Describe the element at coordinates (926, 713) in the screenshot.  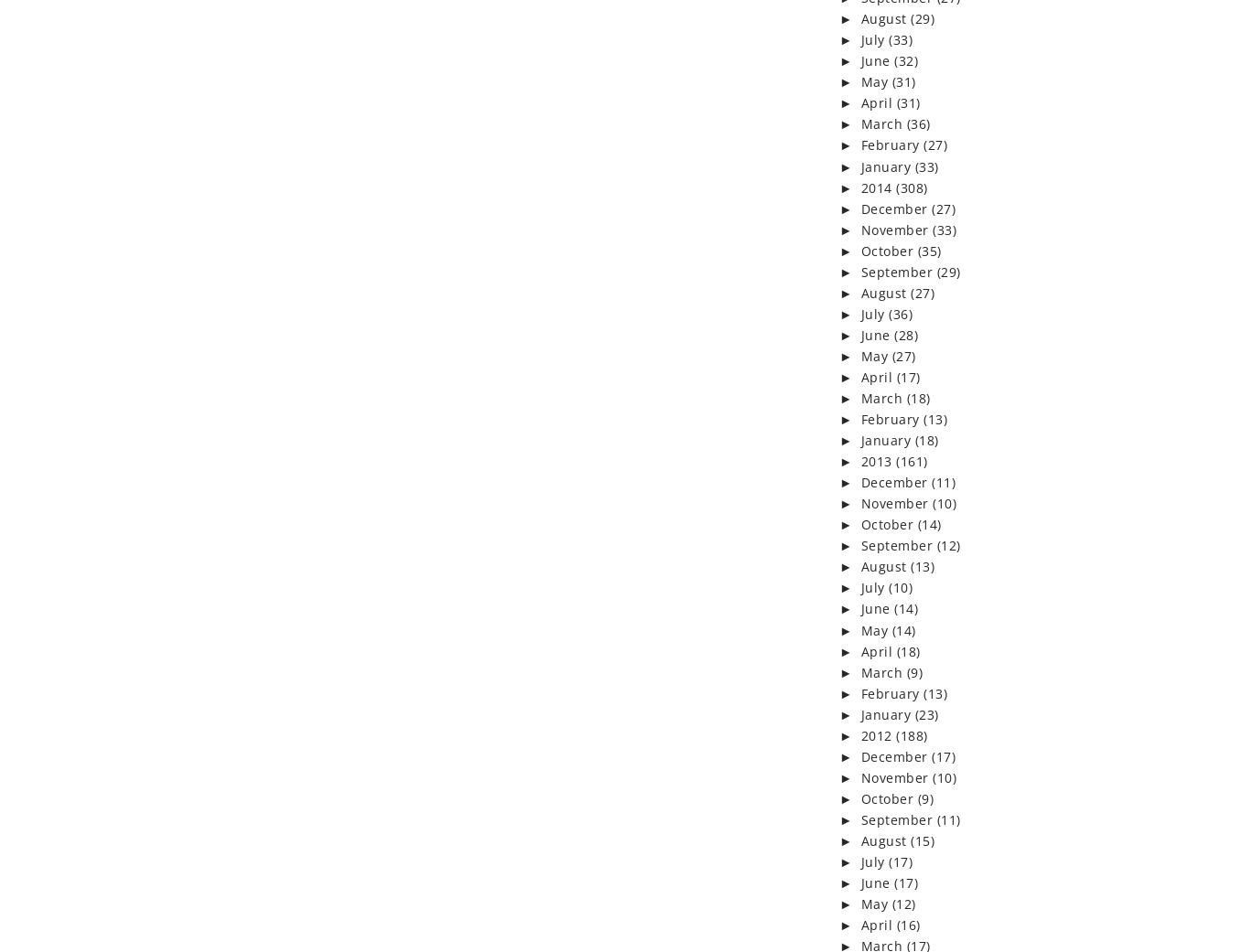
I see `'(23)'` at that location.